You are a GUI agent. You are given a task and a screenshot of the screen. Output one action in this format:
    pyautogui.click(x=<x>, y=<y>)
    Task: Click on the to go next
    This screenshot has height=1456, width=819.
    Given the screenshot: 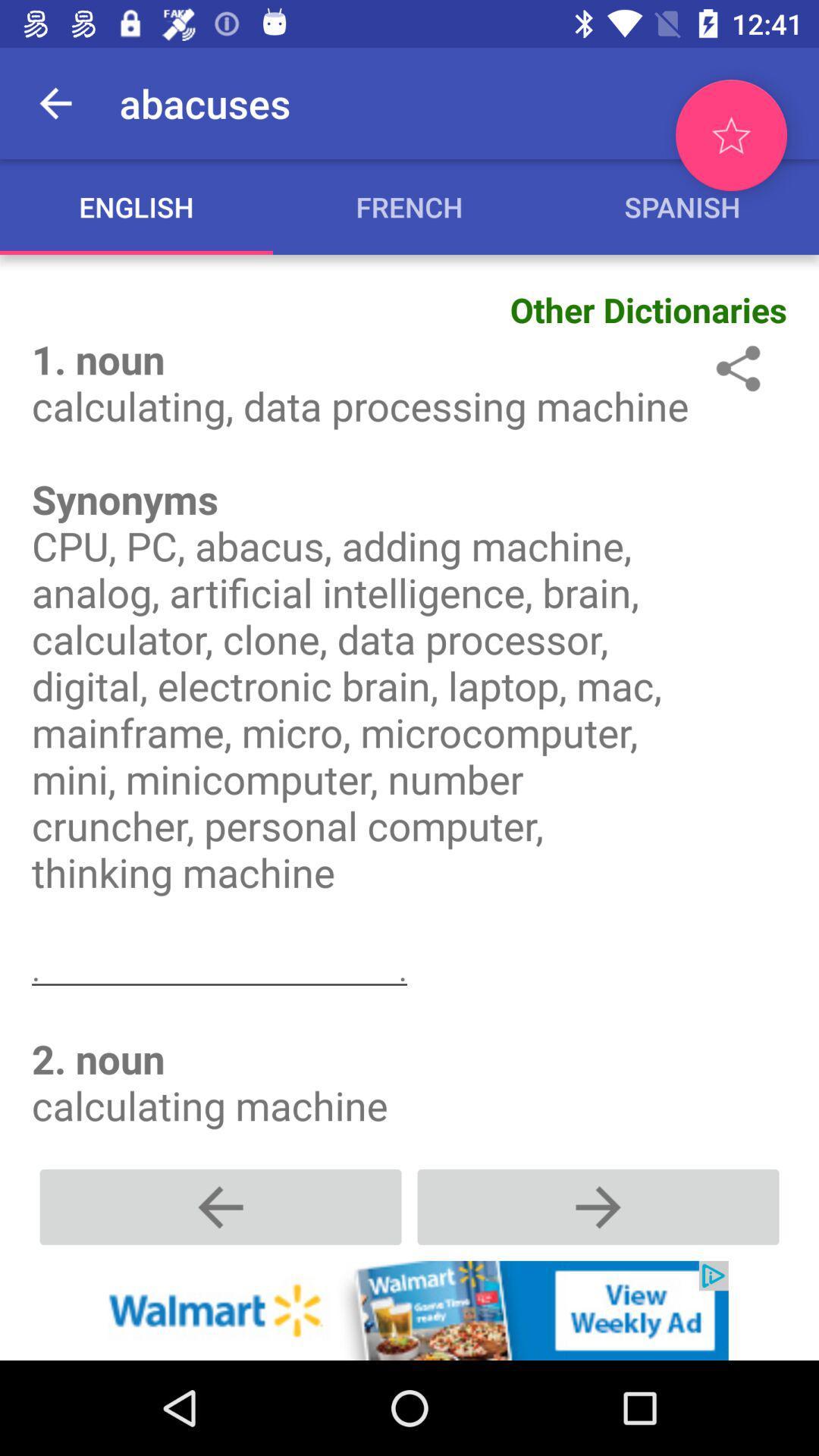 What is the action you would take?
    pyautogui.click(x=598, y=1206)
    